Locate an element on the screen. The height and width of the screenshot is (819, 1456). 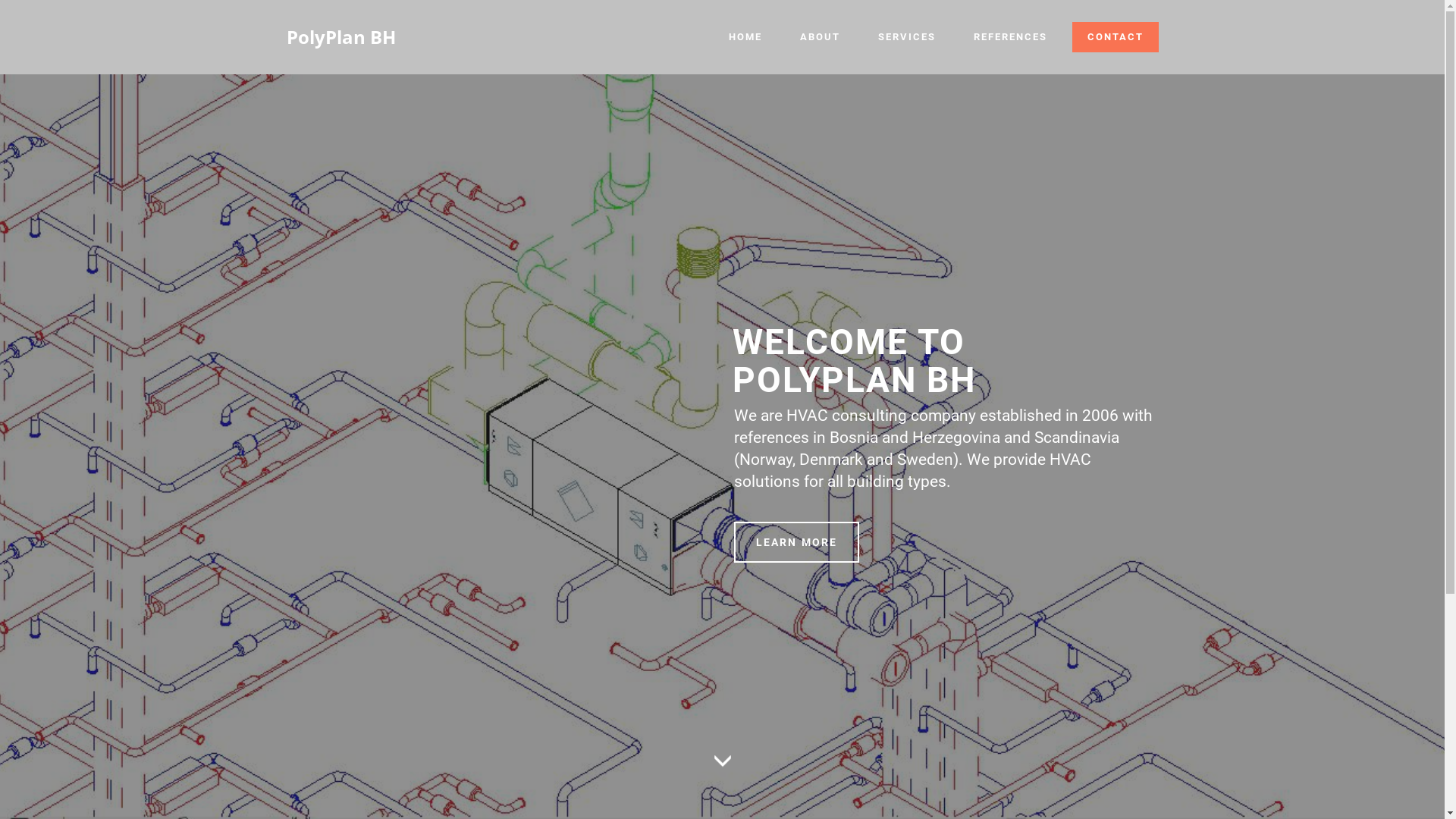
'REFERENCES' is located at coordinates (1010, 36).